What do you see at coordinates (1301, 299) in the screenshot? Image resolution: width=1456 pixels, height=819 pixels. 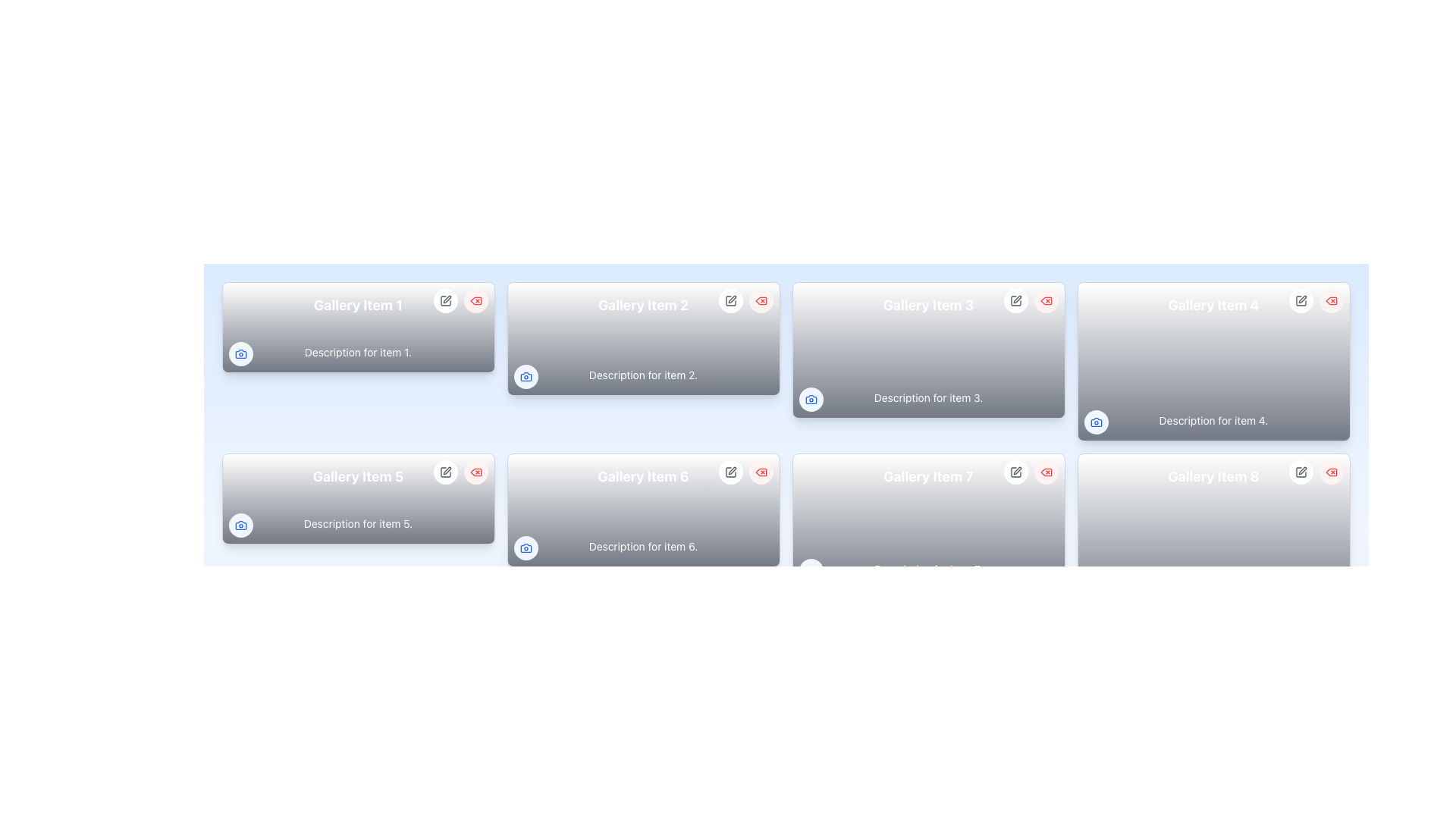 I see `the button to edit or modify the content of 'Gallery Item 4', which is located in the upper-right corner of its card, just above a red icon button` at bounding box center [1301, 299].